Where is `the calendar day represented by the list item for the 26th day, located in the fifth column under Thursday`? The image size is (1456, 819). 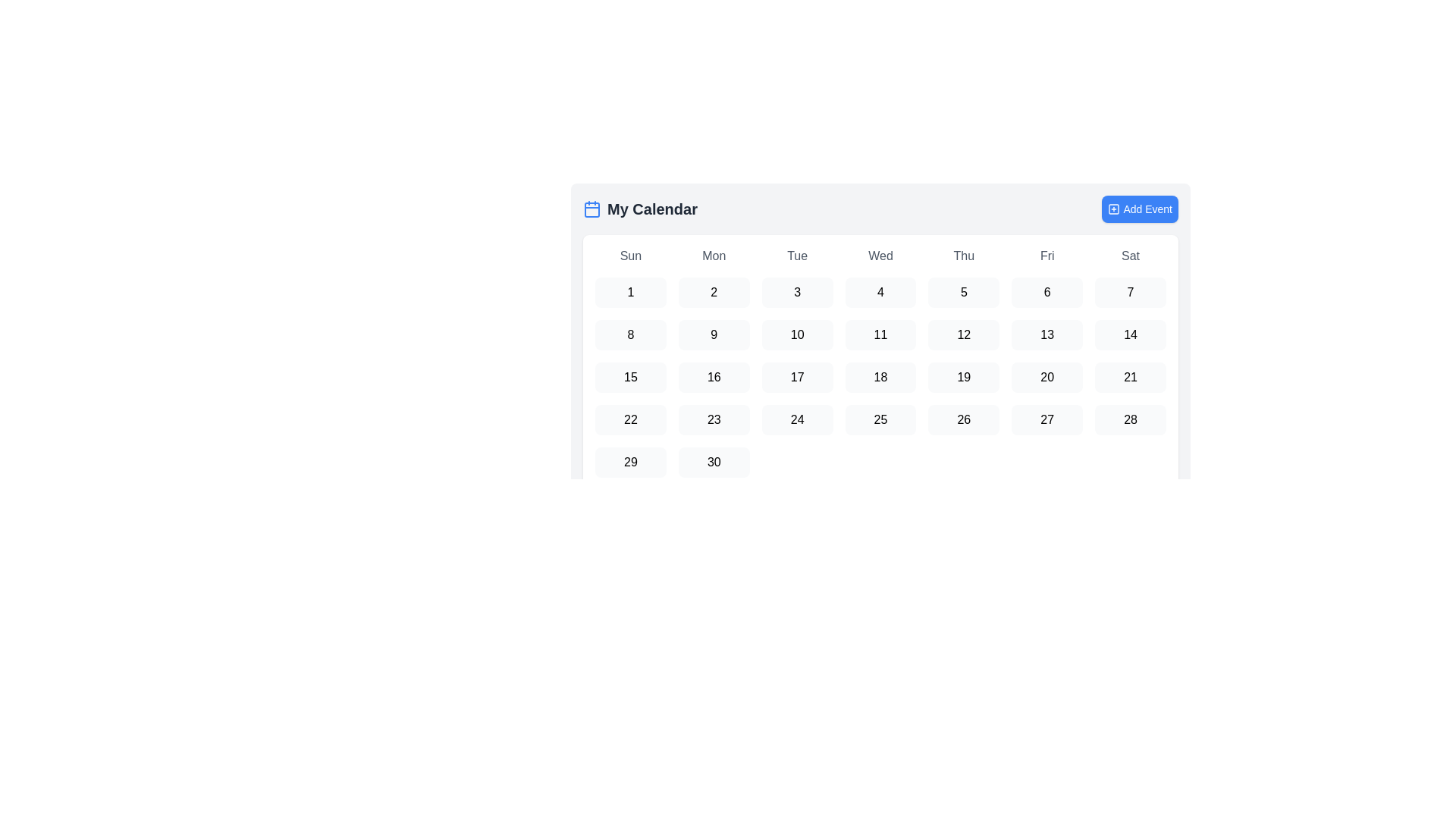
the calendar day represented by the list item for the 26th day, located in the fifth column under Thursday is located at coordinates (963, 420).